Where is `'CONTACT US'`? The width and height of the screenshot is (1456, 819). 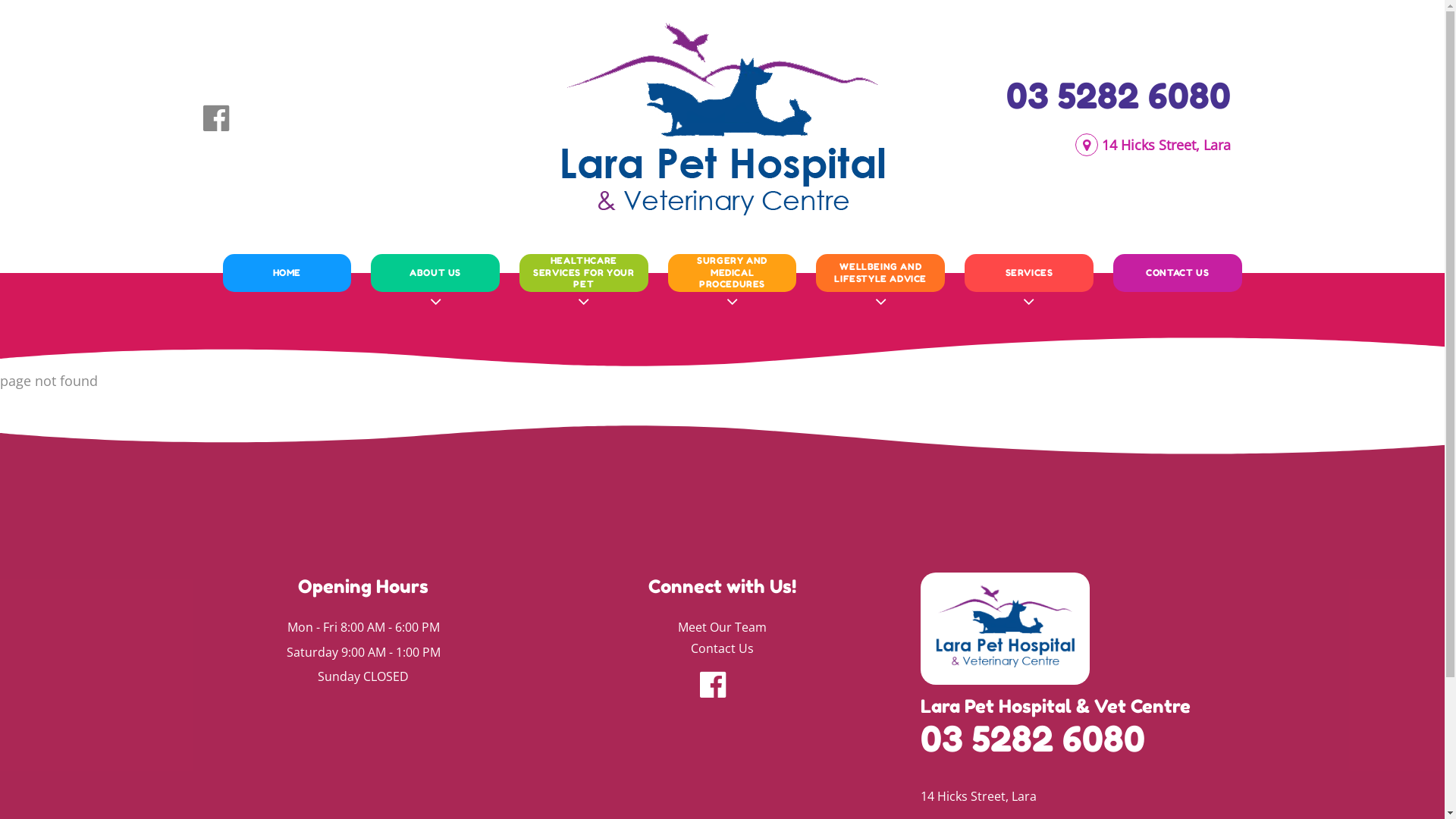 'CONTACT US' is located at coordinates (1177, 271).